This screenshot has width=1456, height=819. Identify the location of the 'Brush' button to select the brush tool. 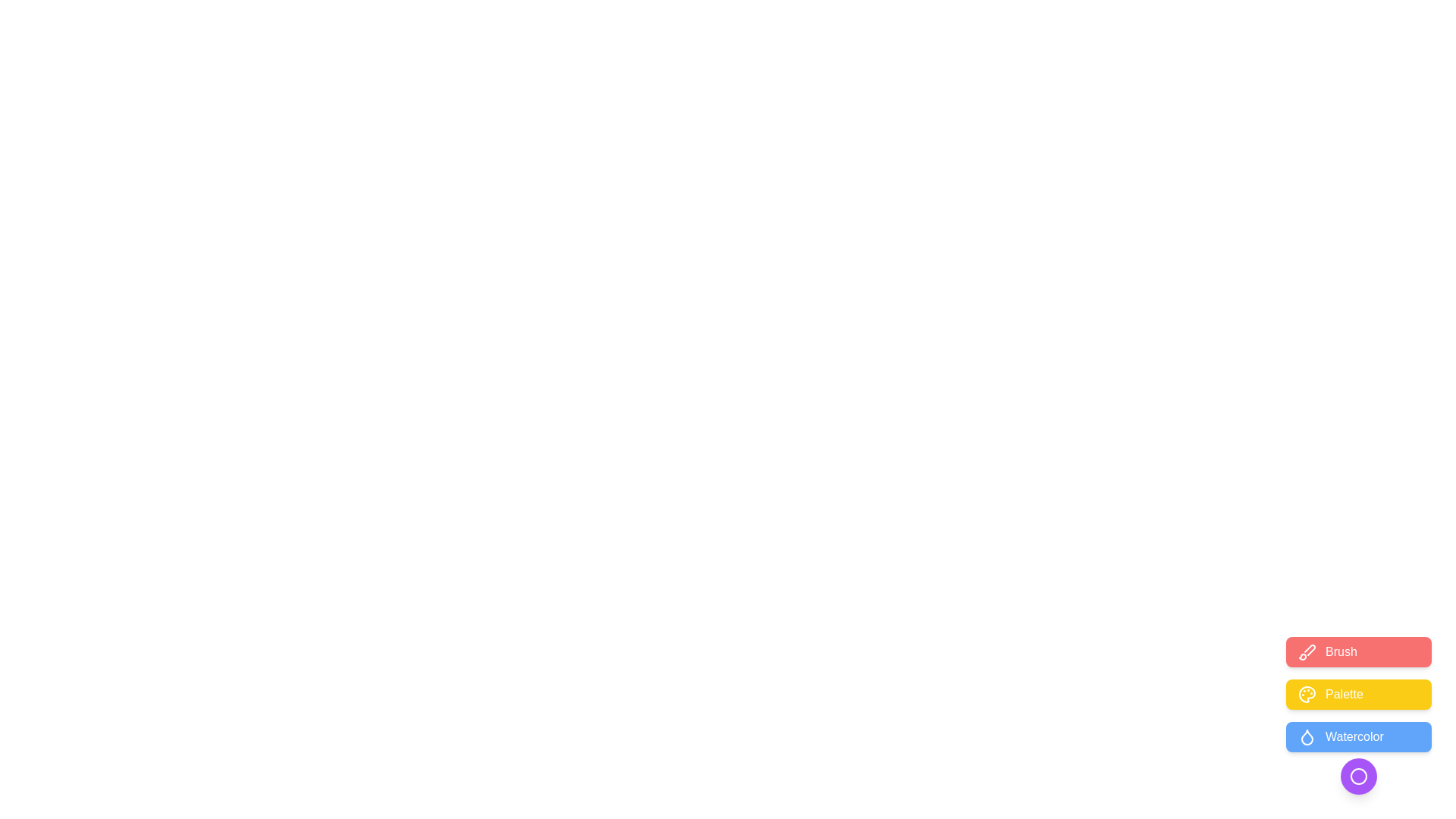
(1358, 651).